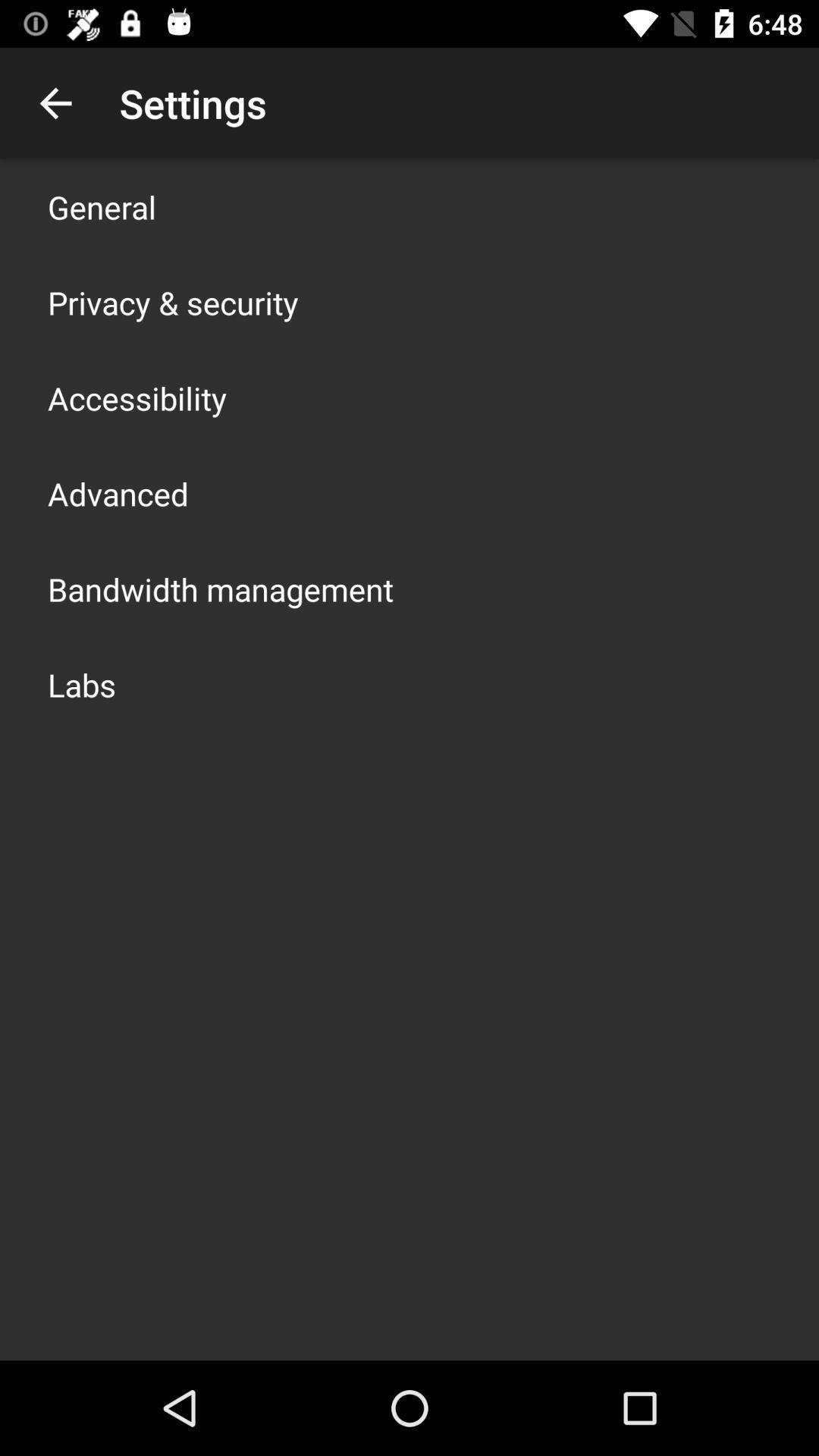 This screenshot has width=819, height=1456. What do you see at coordinates (220, 588) in the screenshot?
I see `app below the advanced item` at bounding box center [220, 588].